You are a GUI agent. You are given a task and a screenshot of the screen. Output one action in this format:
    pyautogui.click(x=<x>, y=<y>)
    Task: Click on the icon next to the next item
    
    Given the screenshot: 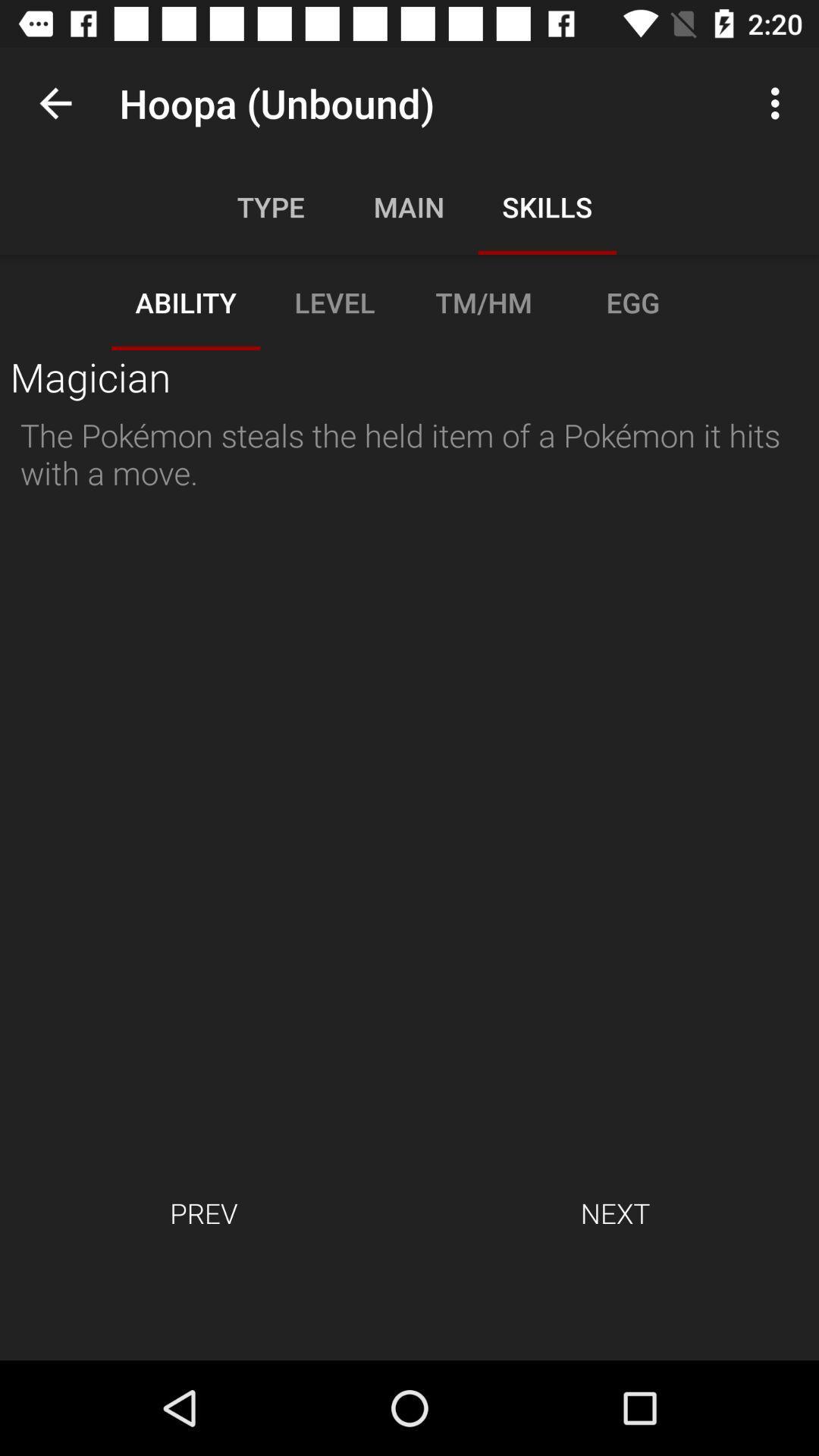 What is the action you would take?
    pyautogui.click(x=202, y=1212)
    